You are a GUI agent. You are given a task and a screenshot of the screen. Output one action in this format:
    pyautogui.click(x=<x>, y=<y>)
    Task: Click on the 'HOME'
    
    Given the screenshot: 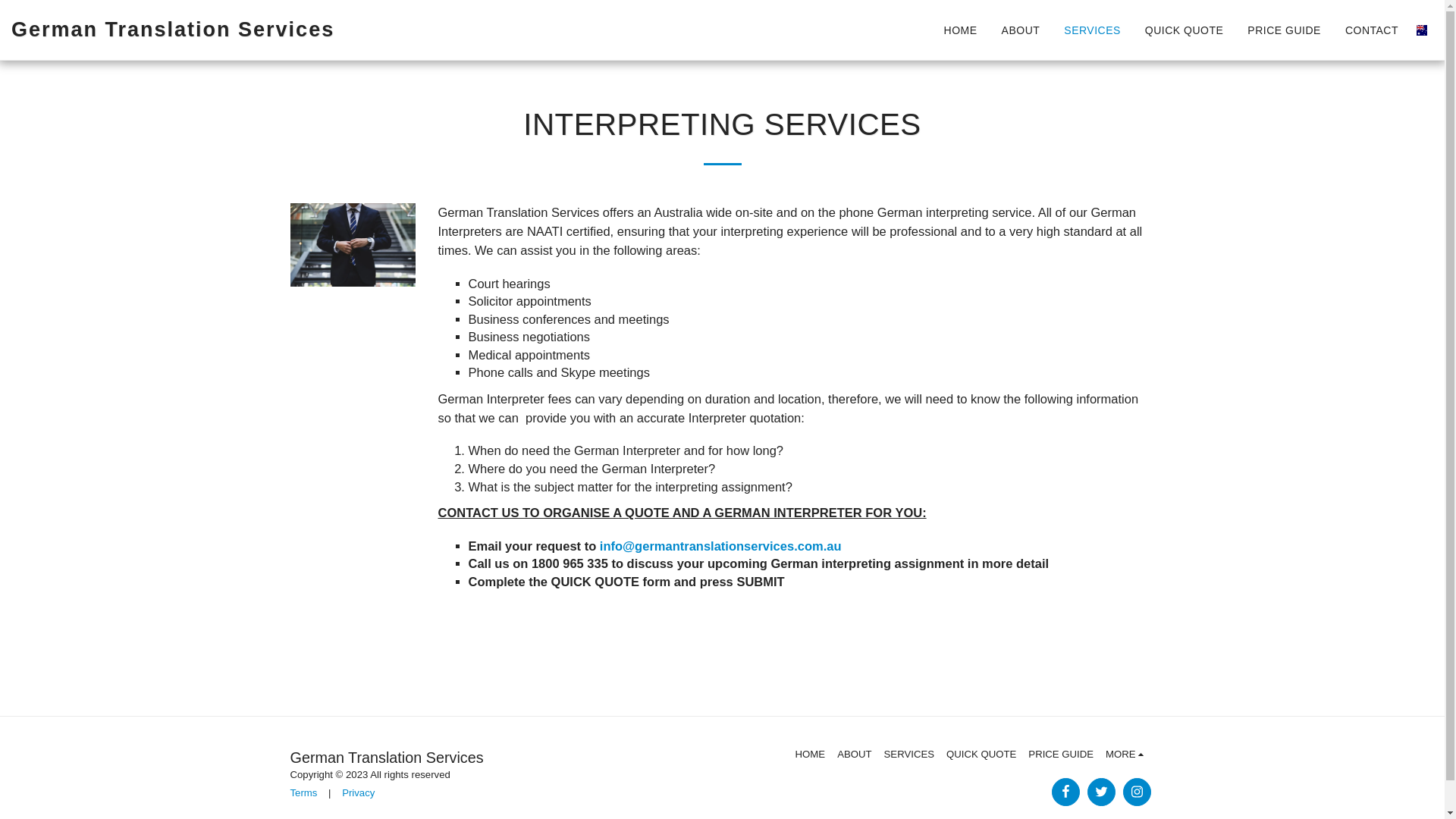 What is the action you would take?
    pyautogui.click(x=931, y=30)
    